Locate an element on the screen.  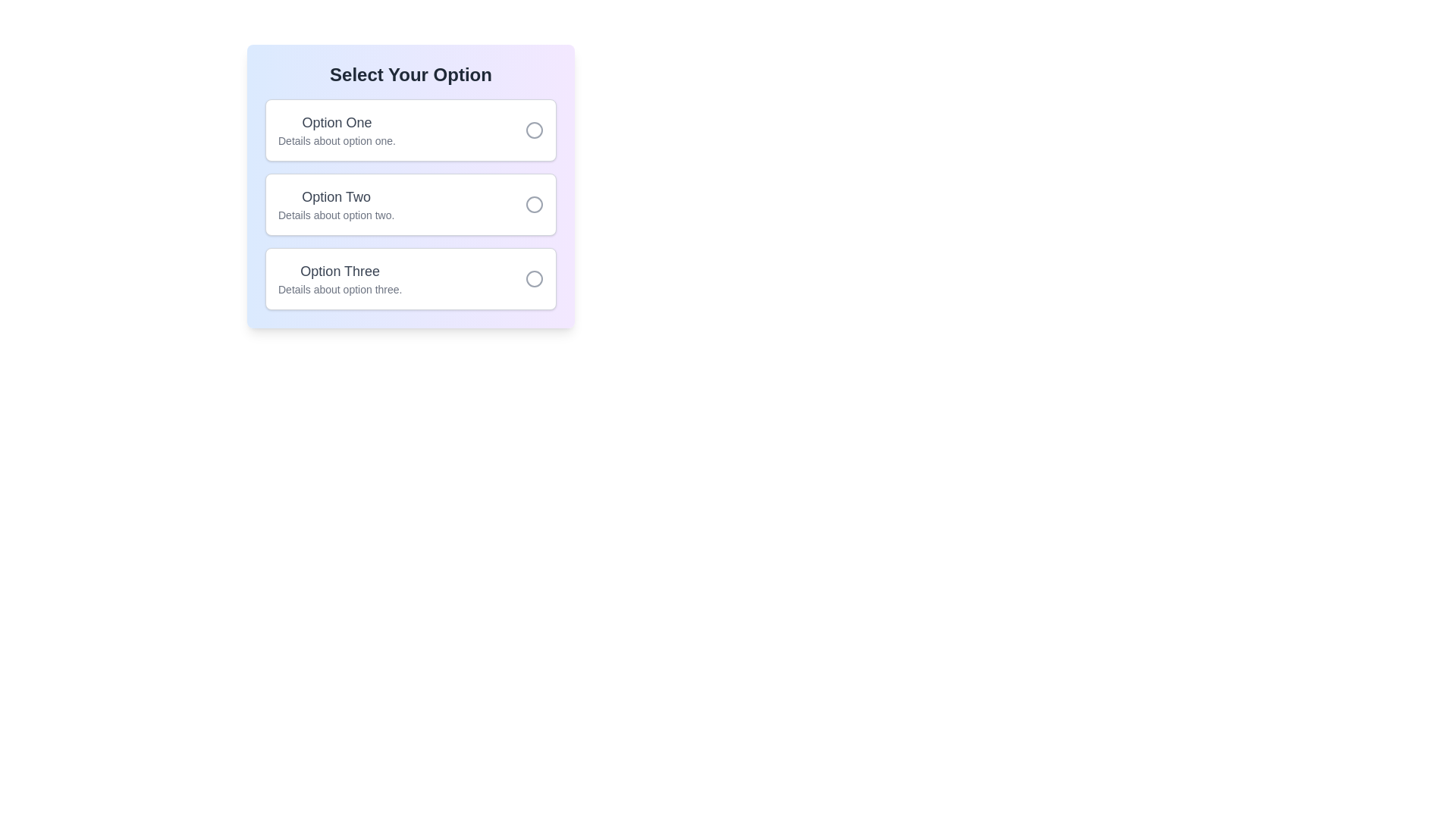
the option 3 by clicking on it is located at coordinates (411, 278).